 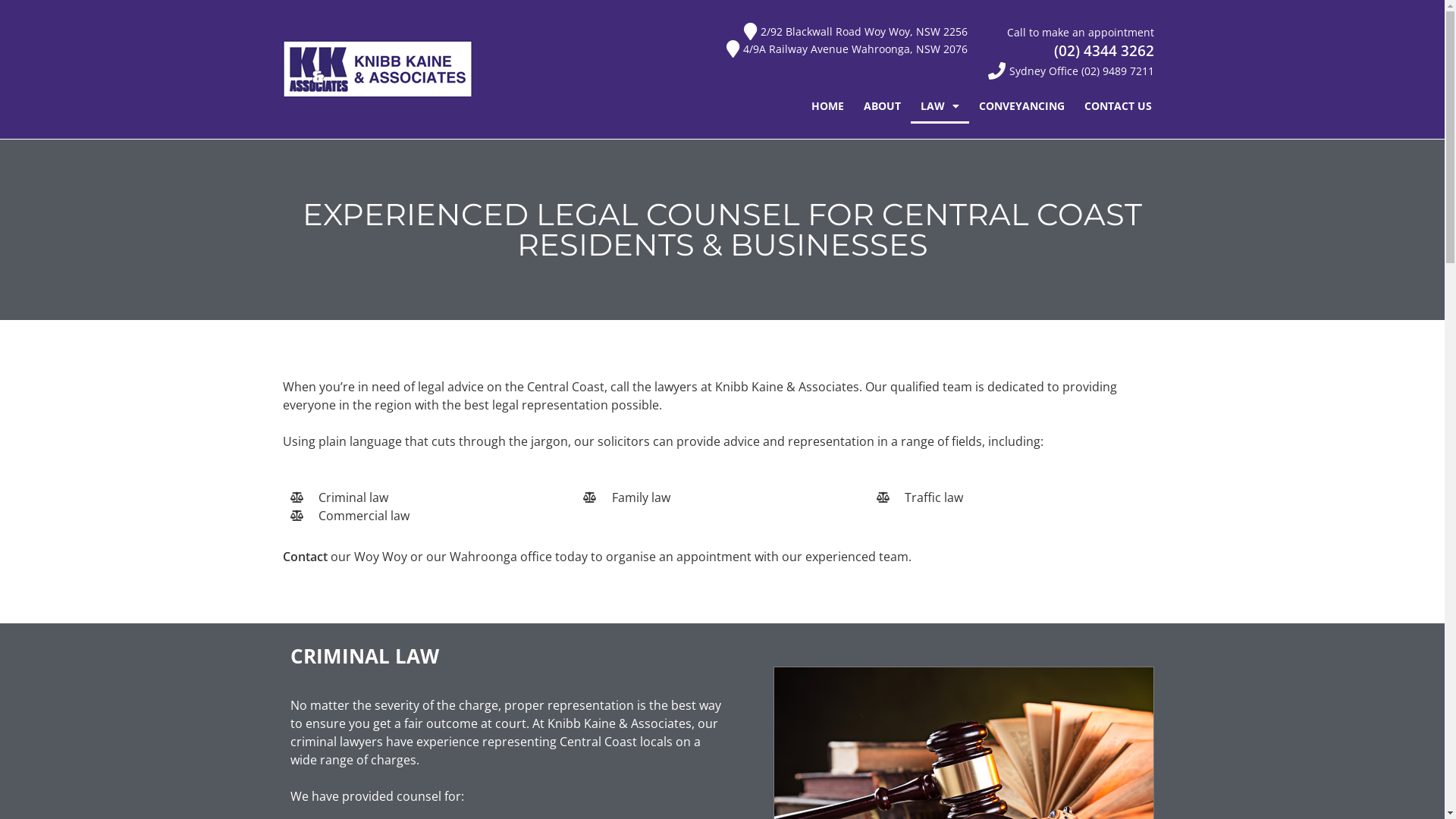 What do you see at coordinates (428, 497) in the screenshot?
I see `'Criminal law'` at bounding box center [428, 497].